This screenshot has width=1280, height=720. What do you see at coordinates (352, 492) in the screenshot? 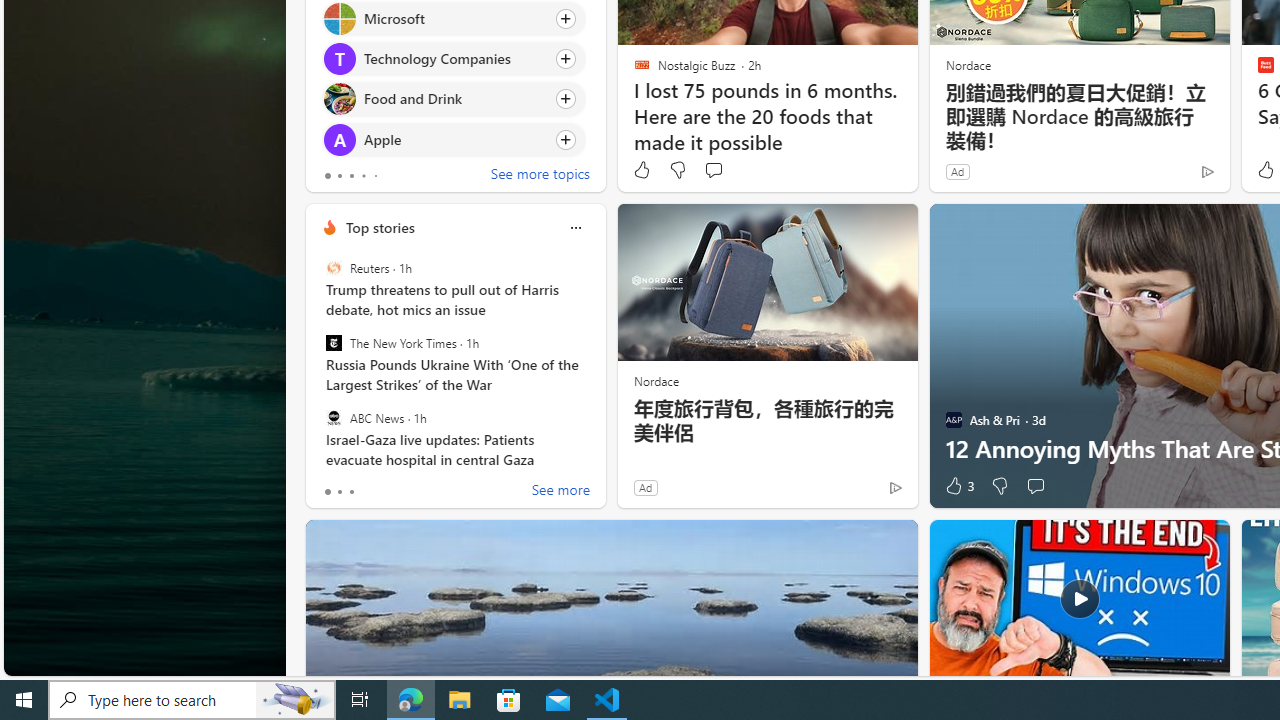
I see `'tab-2'` at bounding box center [352, 492].